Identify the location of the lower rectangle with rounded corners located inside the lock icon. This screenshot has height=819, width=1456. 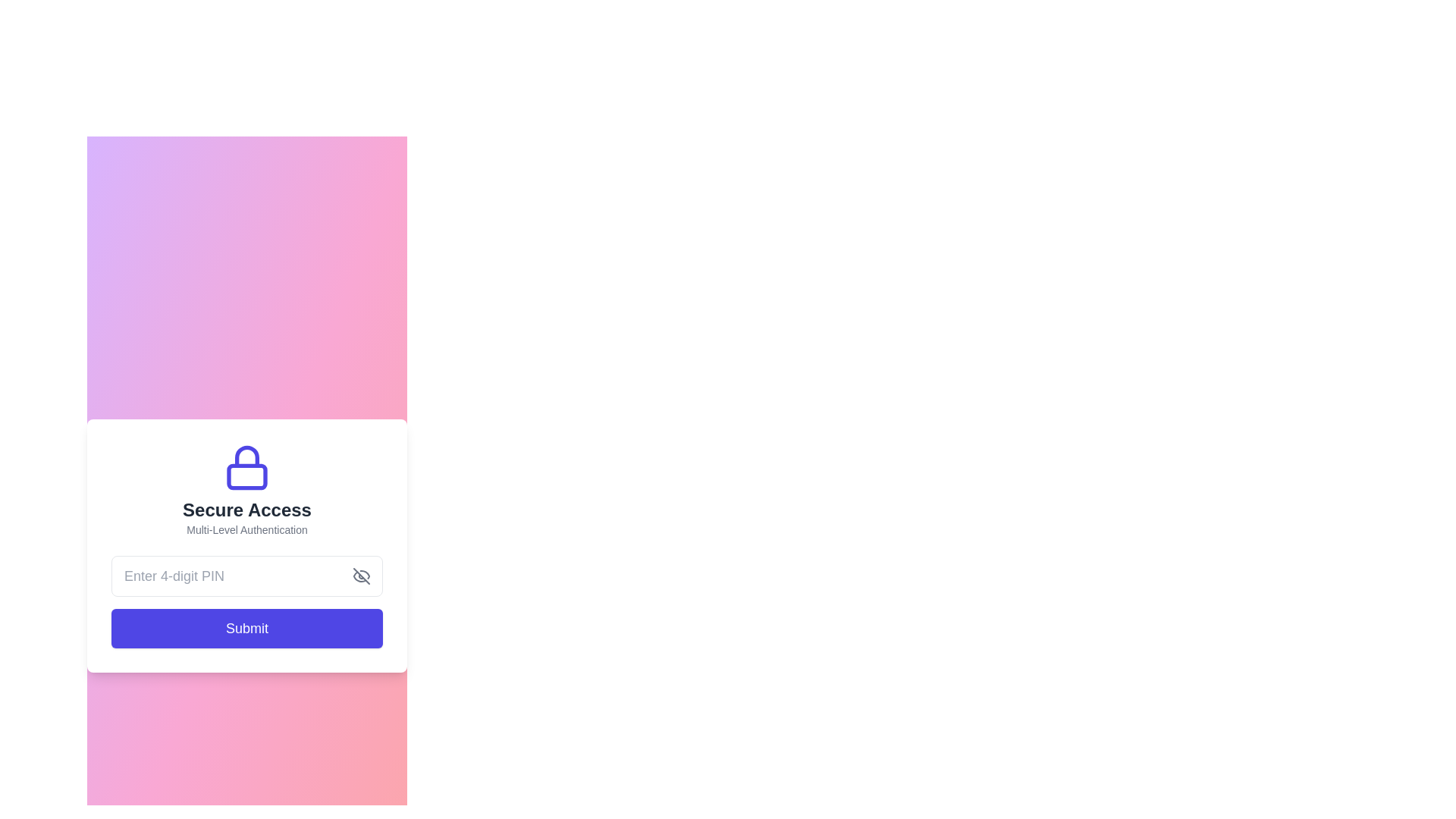
(247, 475).